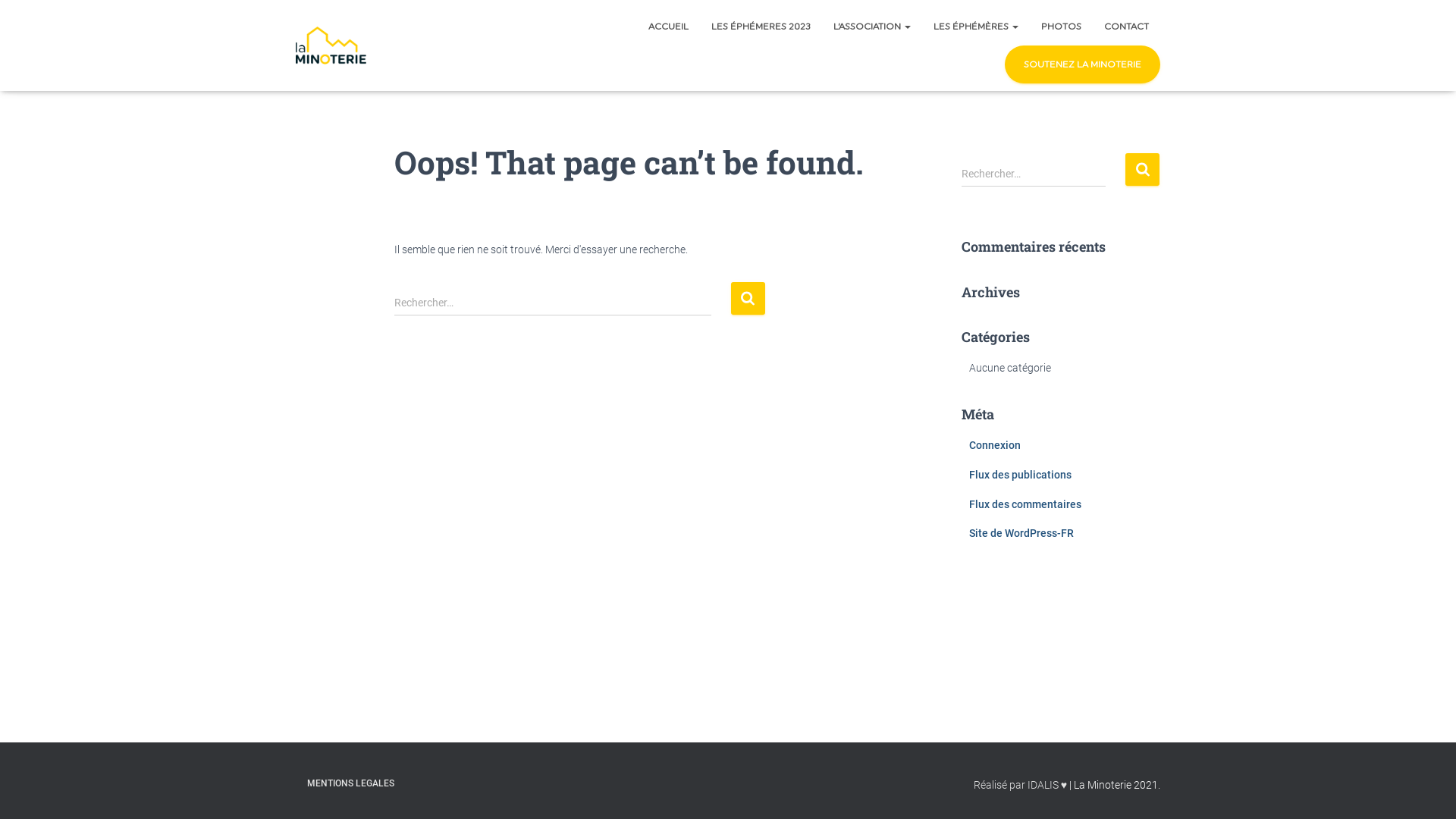 Image resolution: width=1456 pixels, height=819 pixels. Describe the element at coordinates (350, 783) in the screenshot. I see `'MENTIONS LEGALES'` at that location.